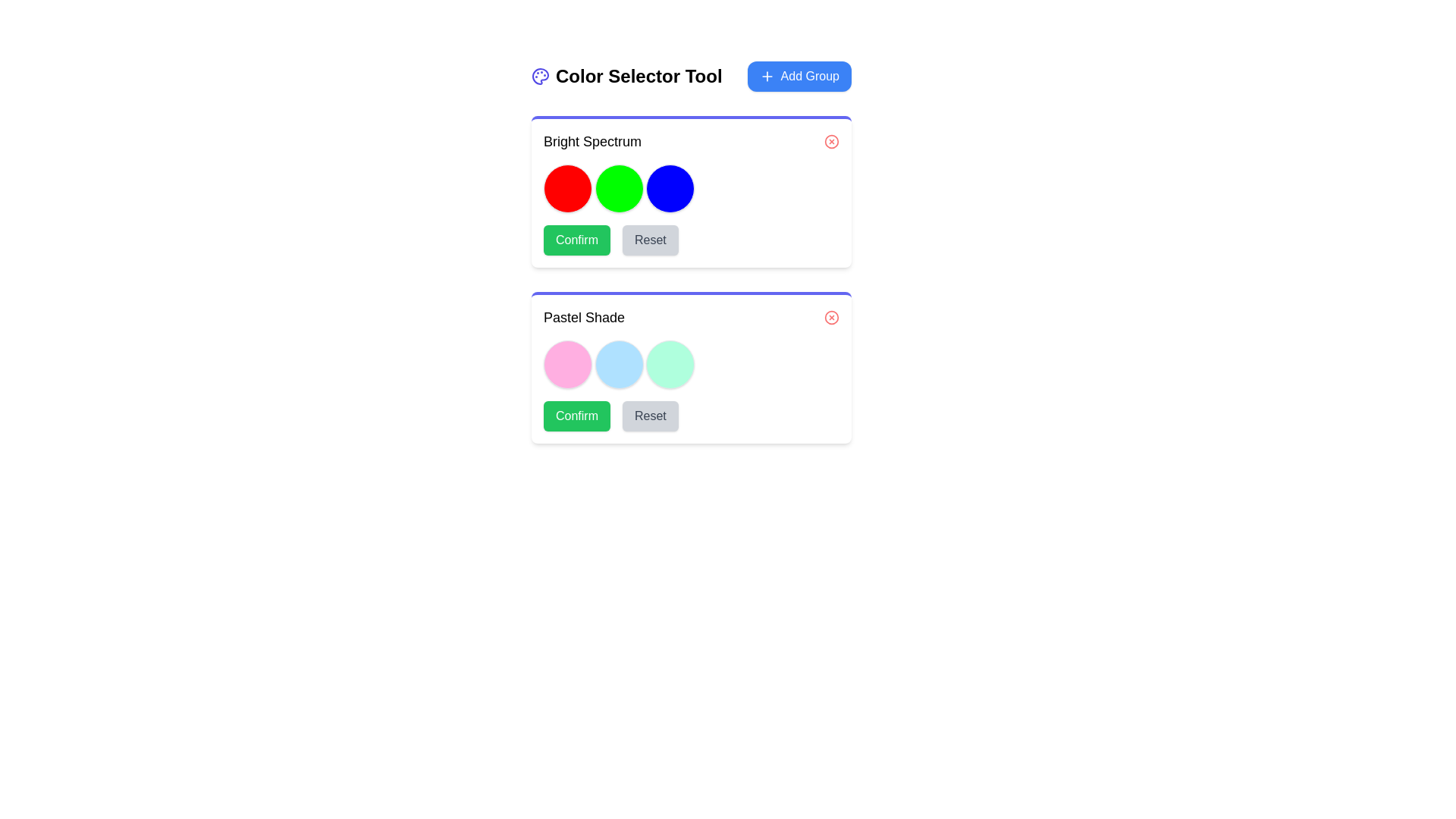  I want to click on the horizontal grid containing pastel color options, so click(691, 365).